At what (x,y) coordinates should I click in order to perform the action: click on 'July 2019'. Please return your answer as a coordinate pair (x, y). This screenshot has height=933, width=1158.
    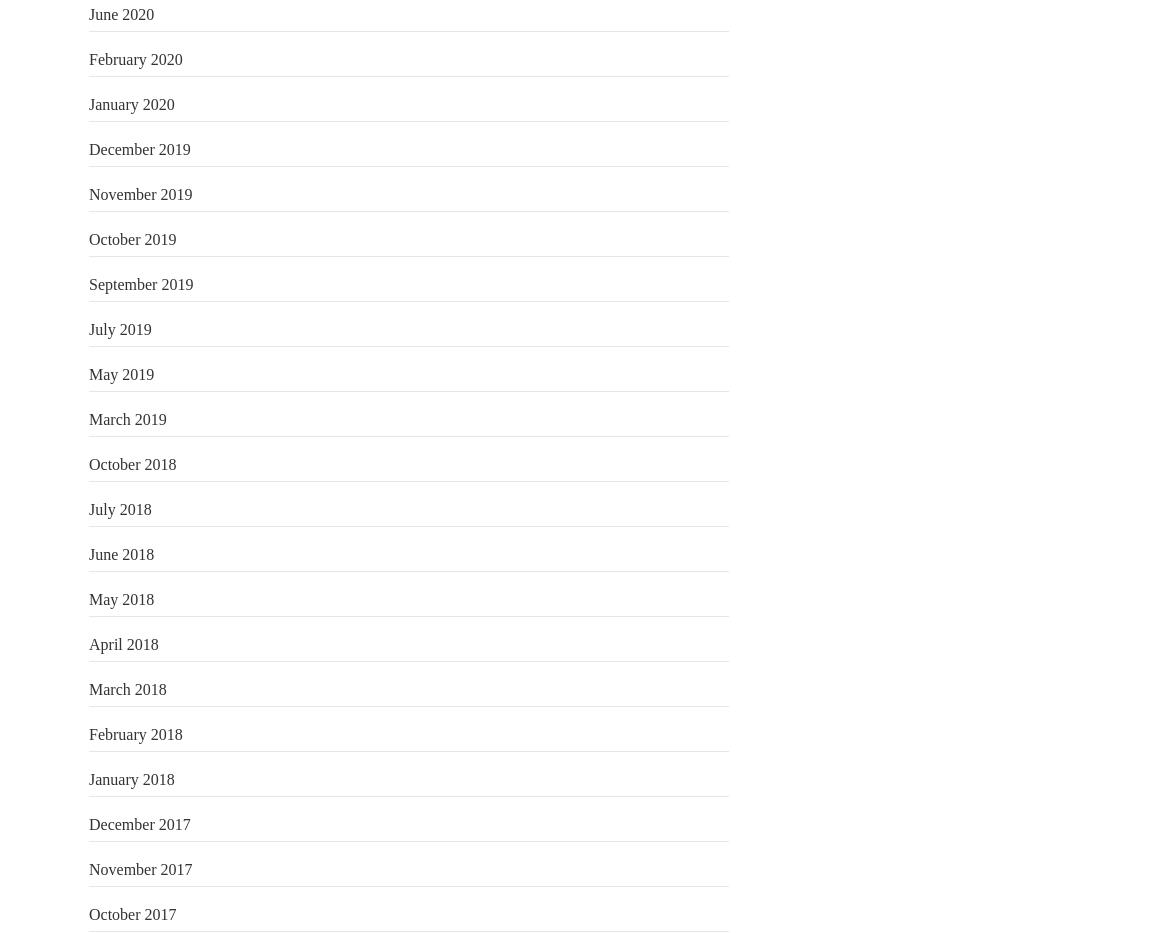
    Looking at the image, I should click on (118, 327).